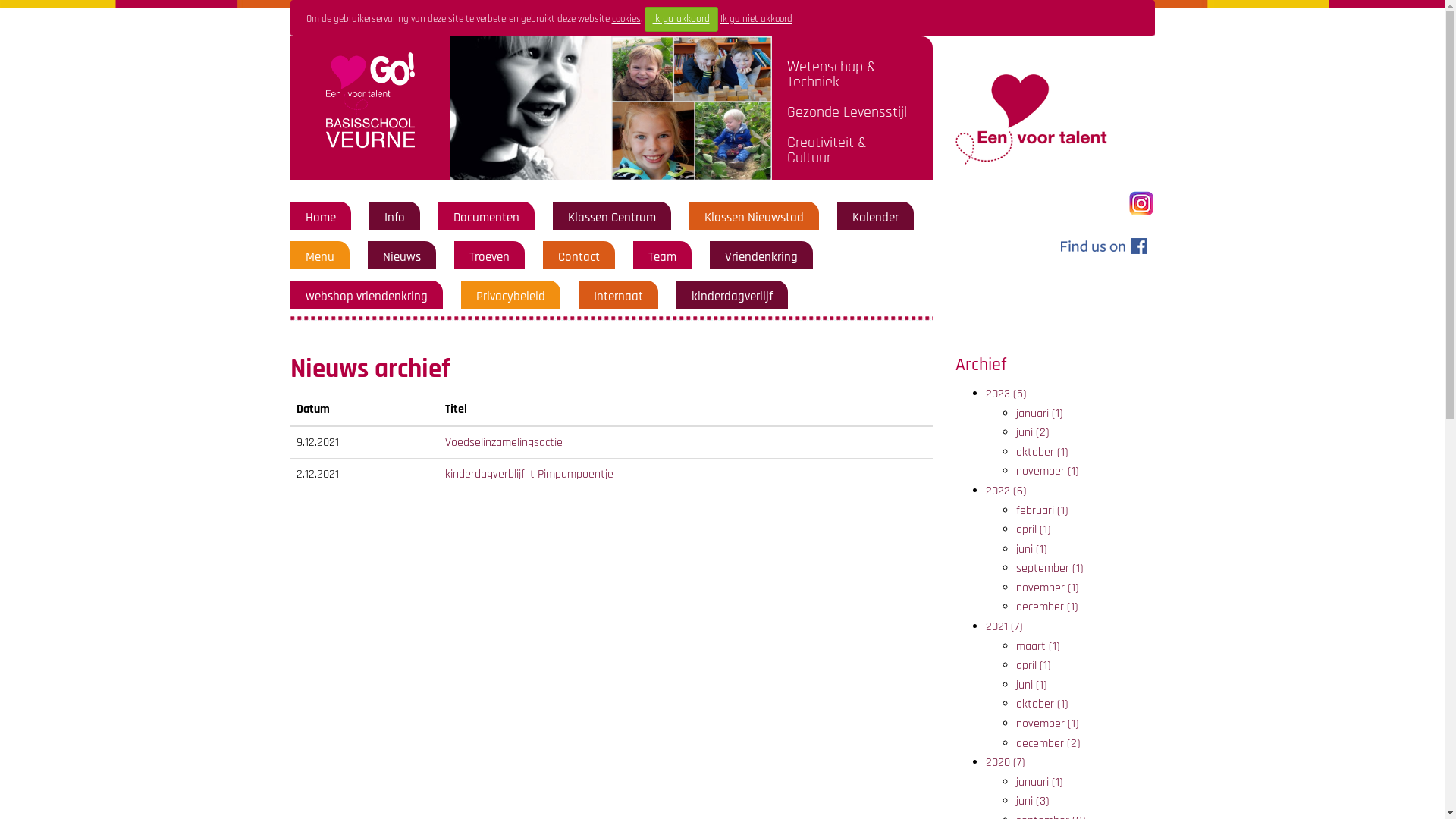  What do you see at coordinates (1015, 742) in the screenshot?
I see `'december (2)'` at bounding box center [1015, 742].